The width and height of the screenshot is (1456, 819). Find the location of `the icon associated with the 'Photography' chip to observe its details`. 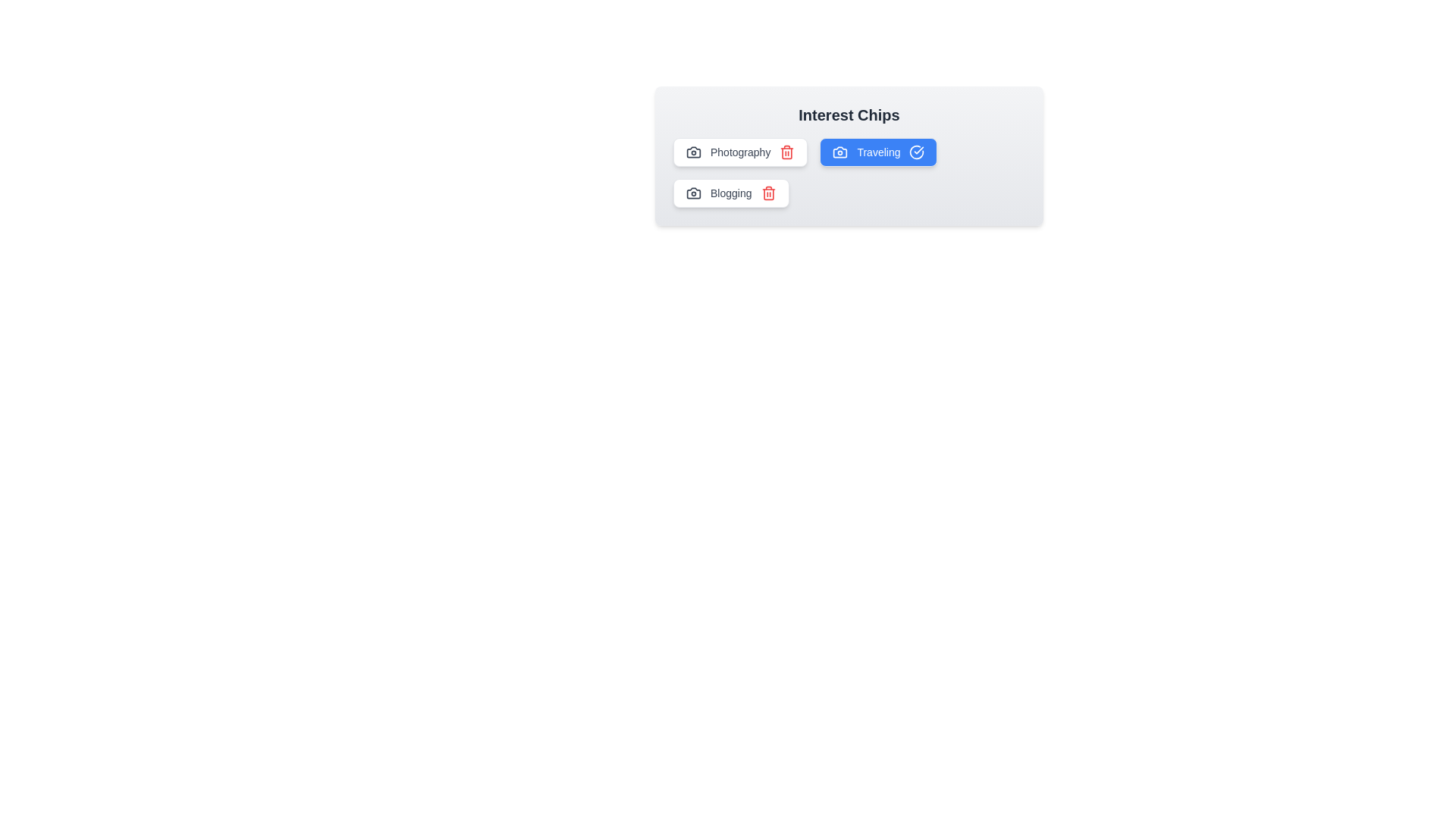

the icon associated with the 'Photography' chip to observe its details is located at coordinates (693, 152).